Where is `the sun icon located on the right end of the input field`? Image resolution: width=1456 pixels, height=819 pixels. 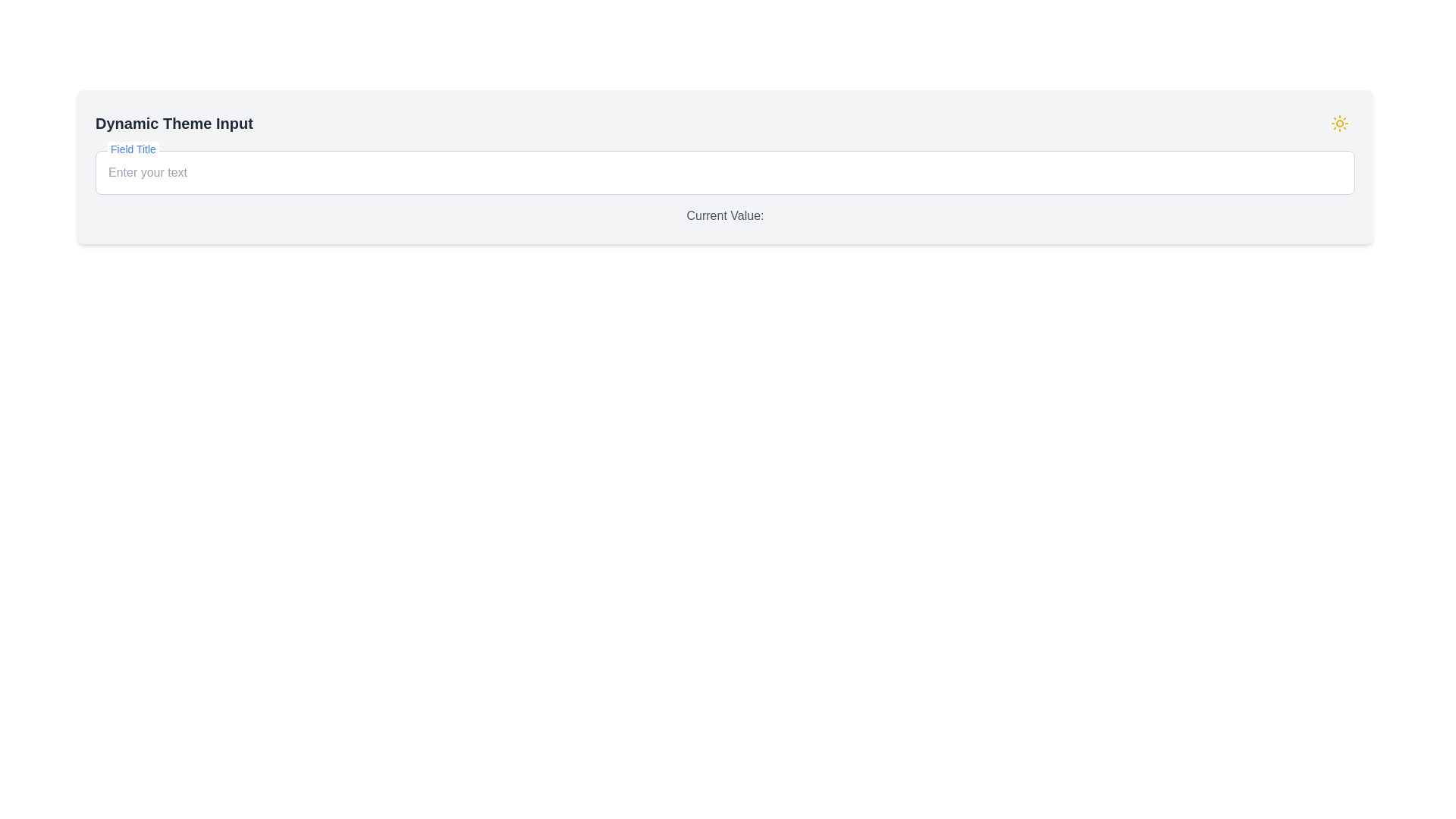
the sun icon located on the right end of the input field is located at coordinates (1339, 122).